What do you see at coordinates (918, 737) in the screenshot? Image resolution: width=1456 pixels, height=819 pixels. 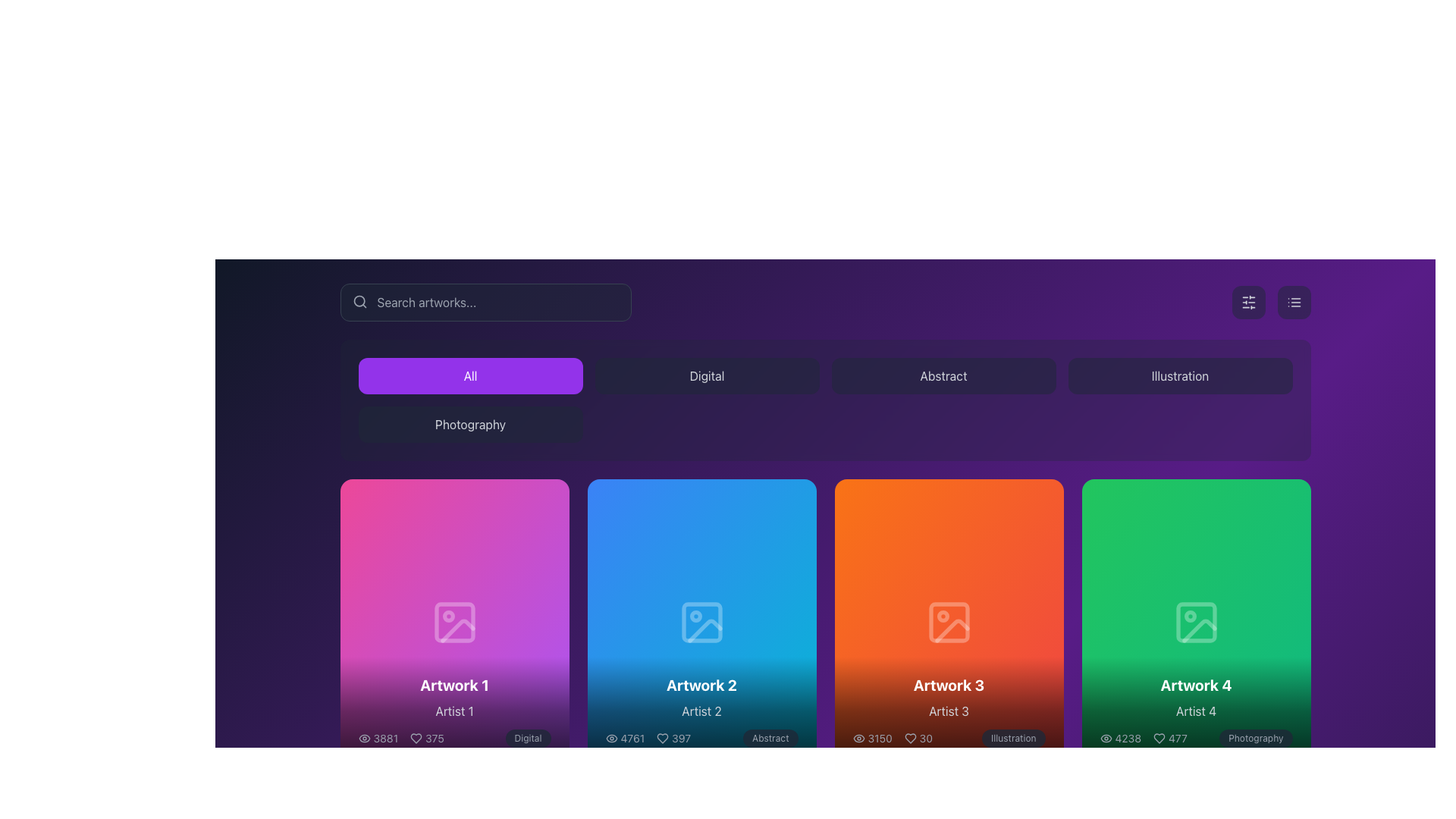 I see `the textual label indicating the number of likes for 'Artwork 3', located in the bottom left corner of the card, to the right of the heart icon` at bounding box center [918, 737].